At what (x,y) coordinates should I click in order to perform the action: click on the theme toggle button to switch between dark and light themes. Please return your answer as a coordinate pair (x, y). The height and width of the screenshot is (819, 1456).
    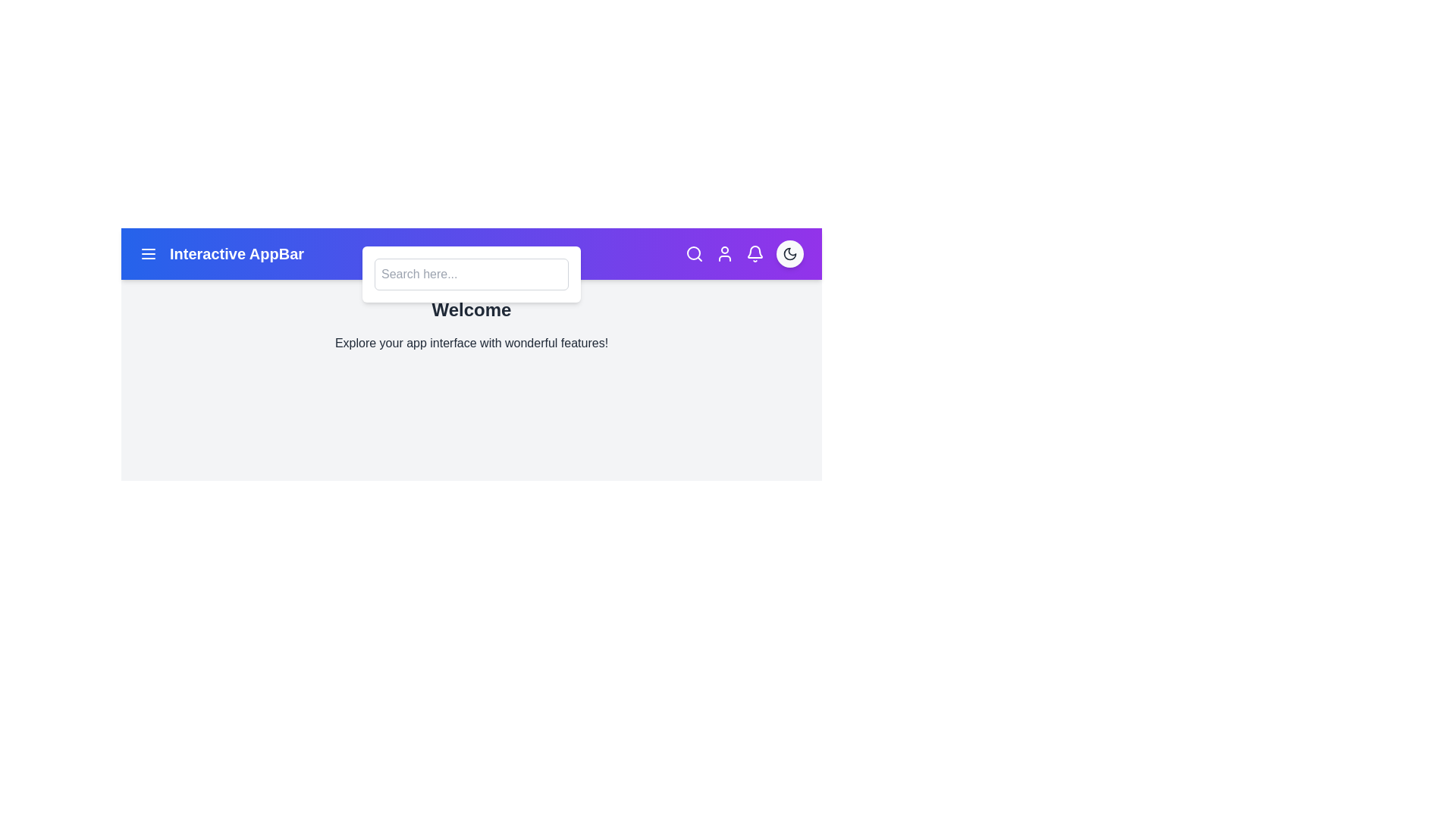
    Looking at the image, I should click on (789, 253).